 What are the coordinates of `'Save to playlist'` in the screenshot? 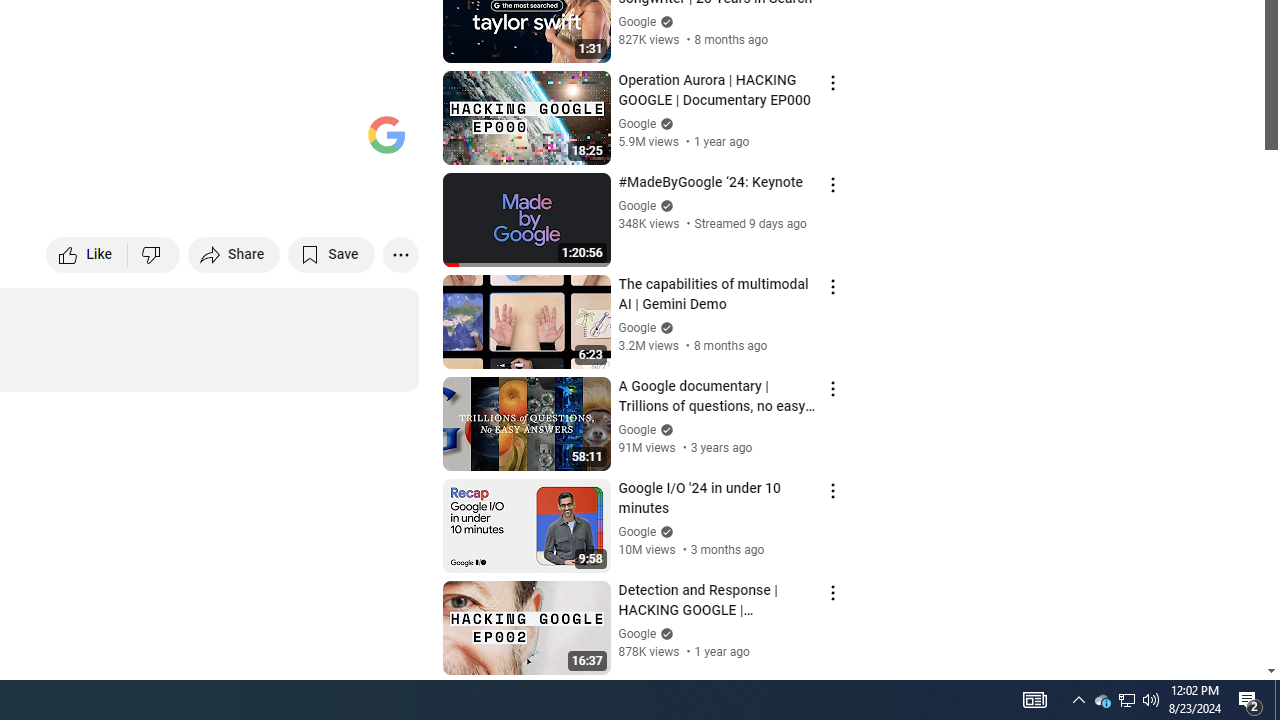 It's located at (331, 253).